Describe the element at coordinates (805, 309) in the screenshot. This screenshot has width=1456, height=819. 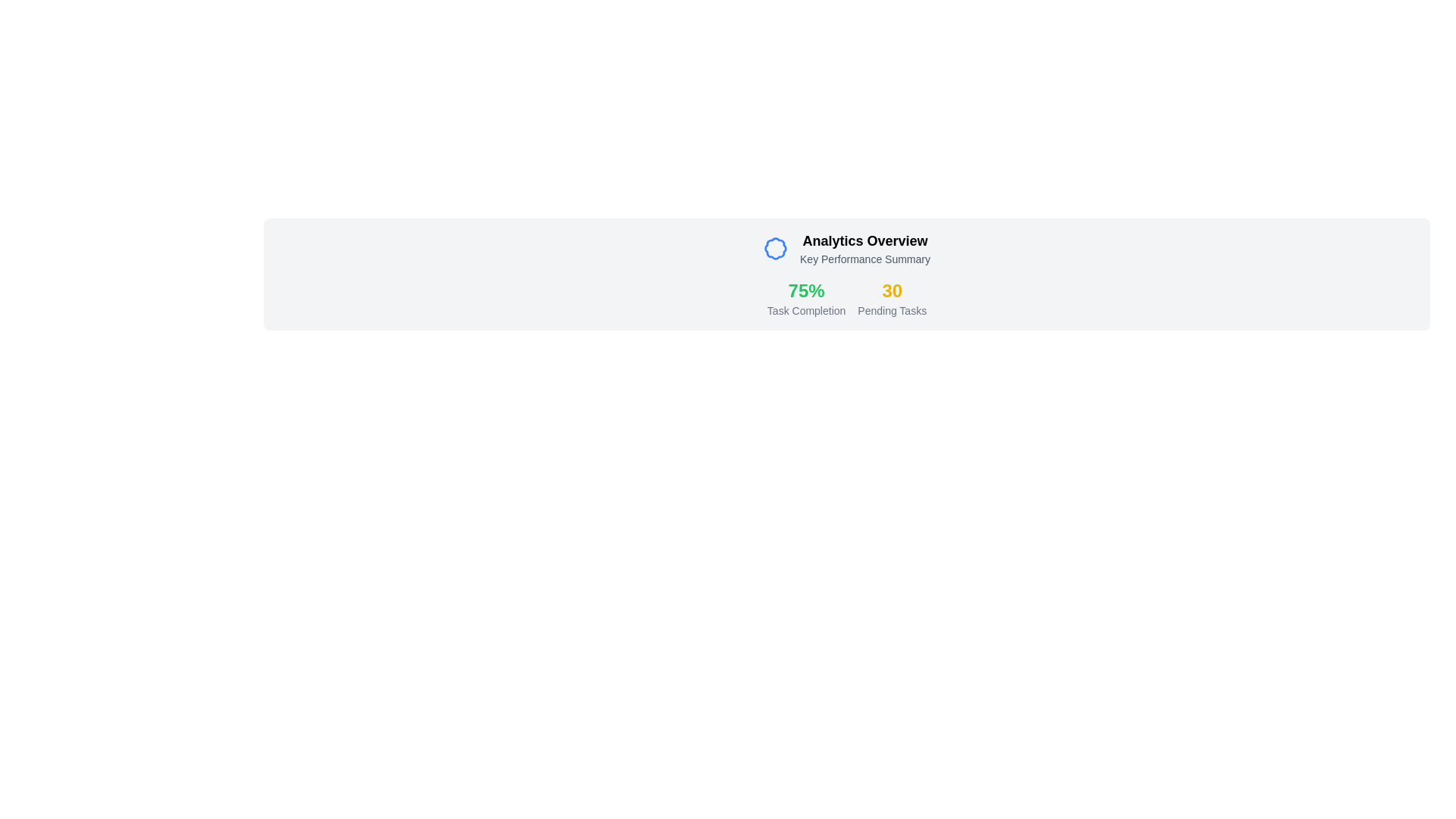
I see `the descriptive label that provides context for the '75%' value, located below the percentage display in the horizontal interface at the center of the page` at that location.